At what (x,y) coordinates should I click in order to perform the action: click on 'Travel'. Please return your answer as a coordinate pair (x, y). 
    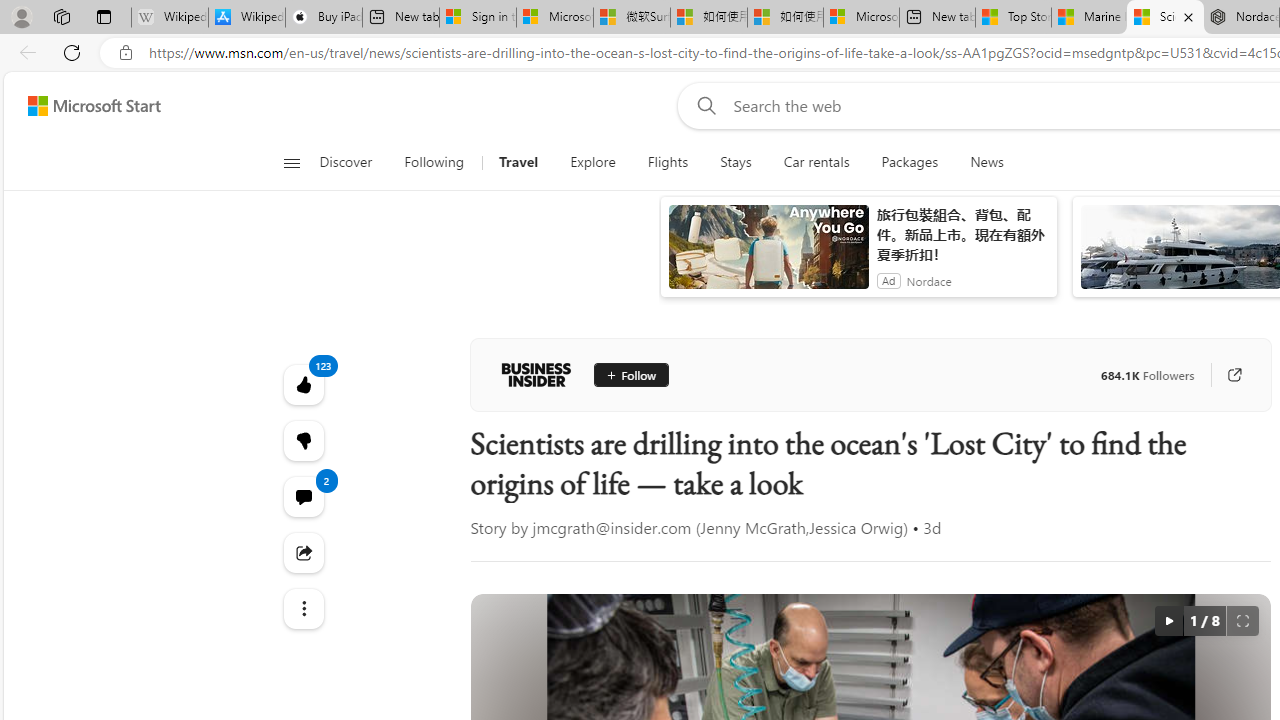
    Looking at the image, I should click on (519, 162).